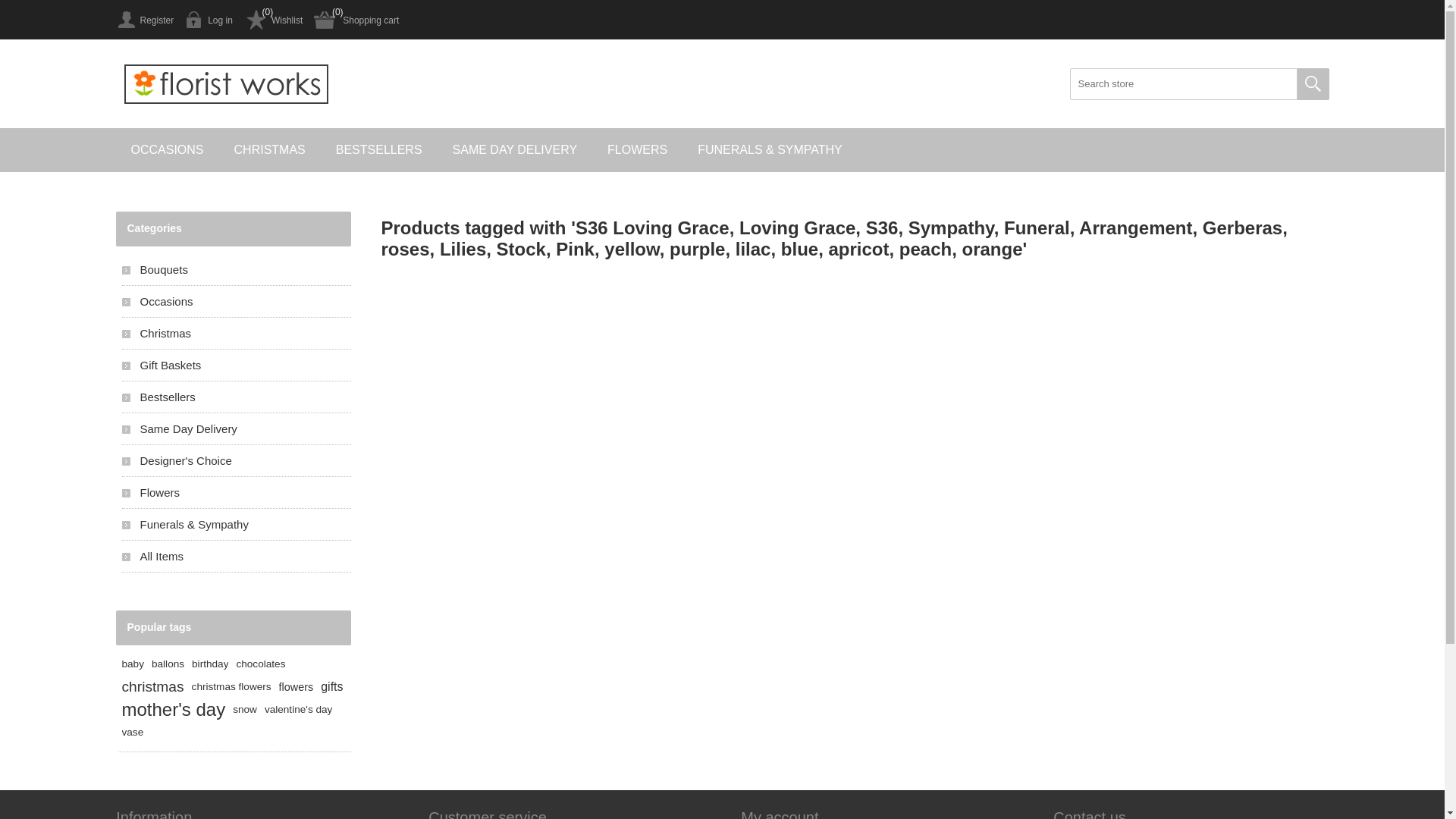 This screenshot has height=819, width=1456. Describe the element at coordinates (244, 710) in the screenshot. I see `'snow'` at that location.